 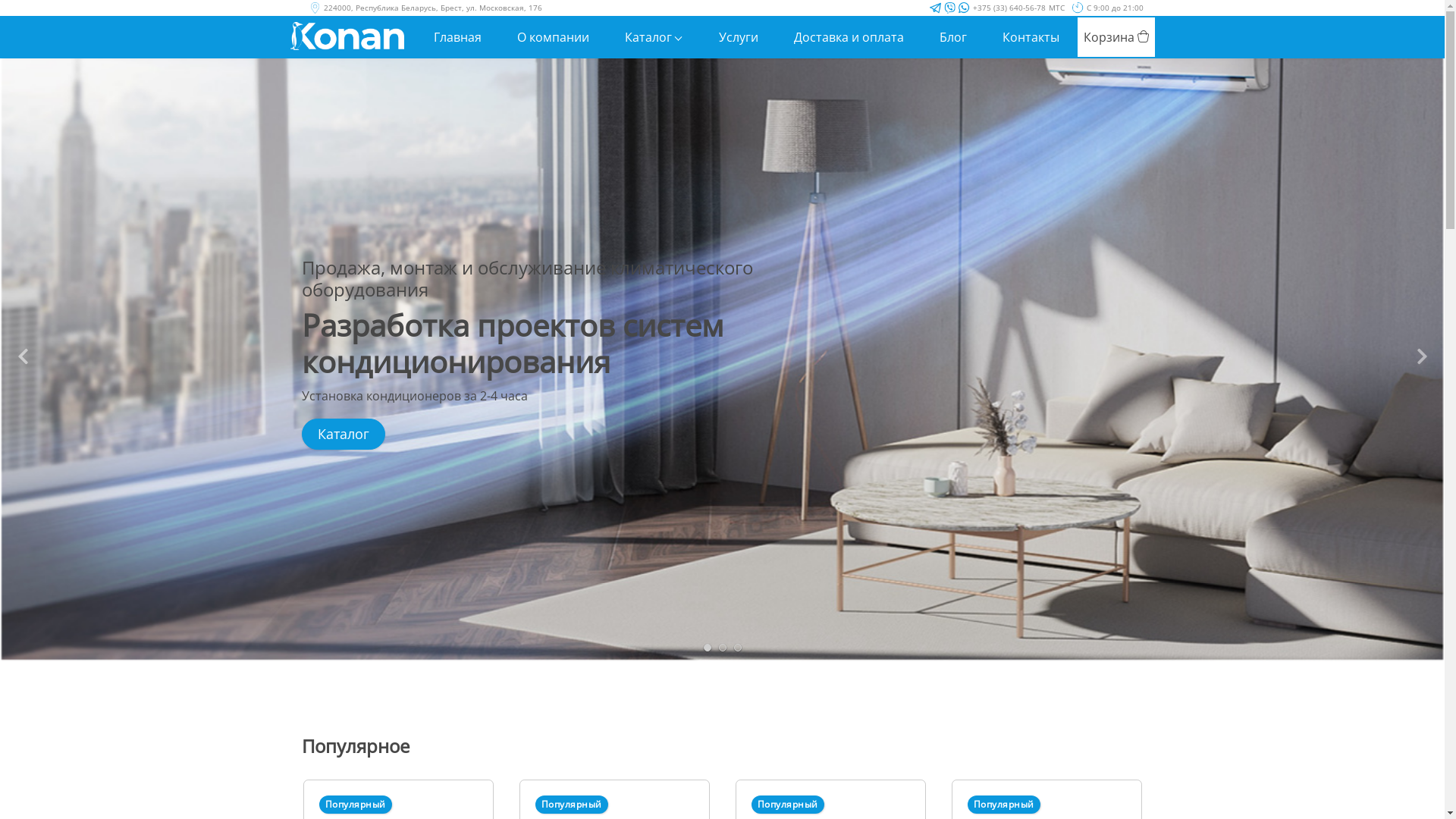 I want to click on '+375 (33) 640-56-78', so click(x=1008, y=8).